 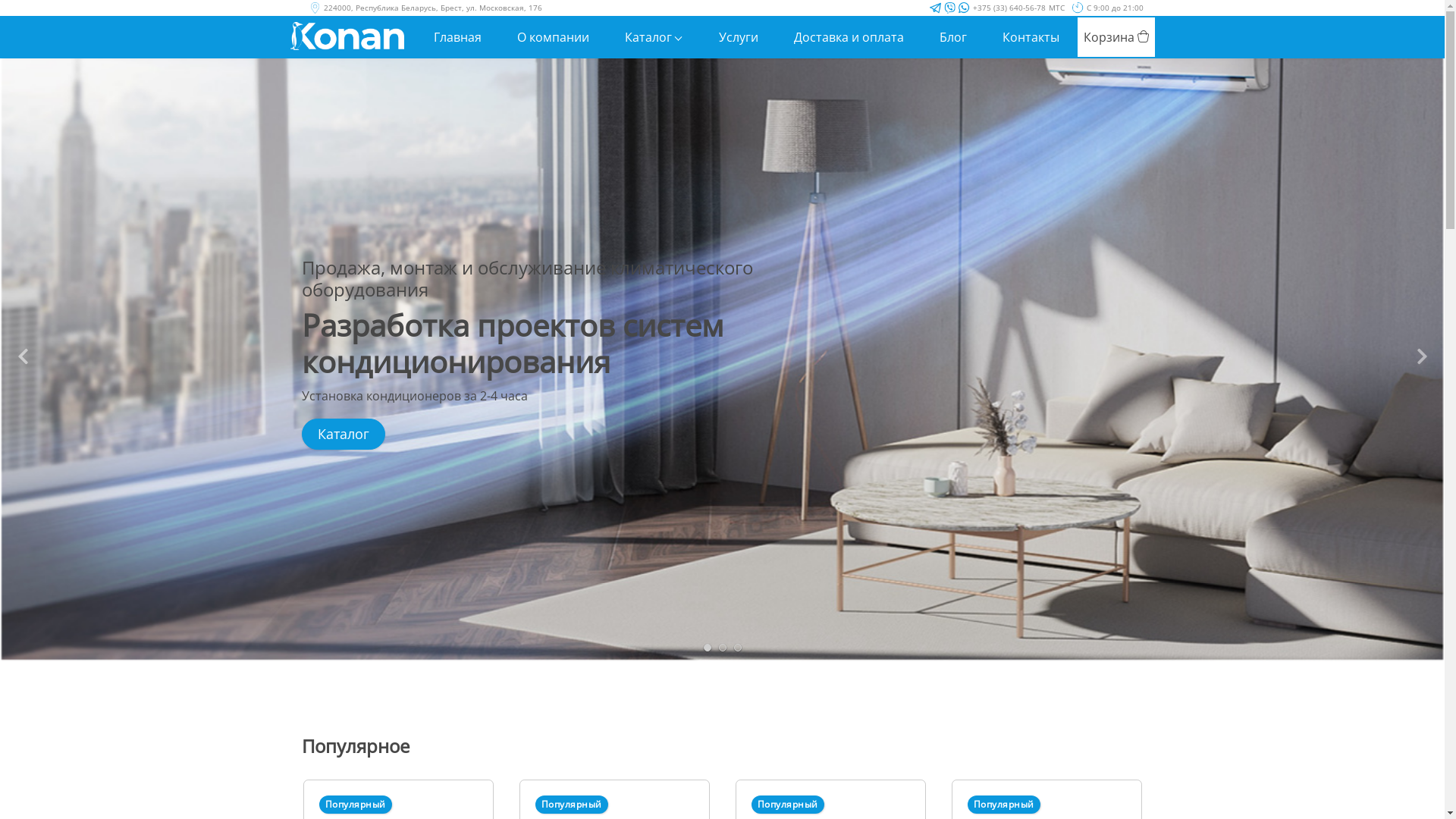 I want to click on '+375 (33) 640-56-78', so click(x=1008, y=8).